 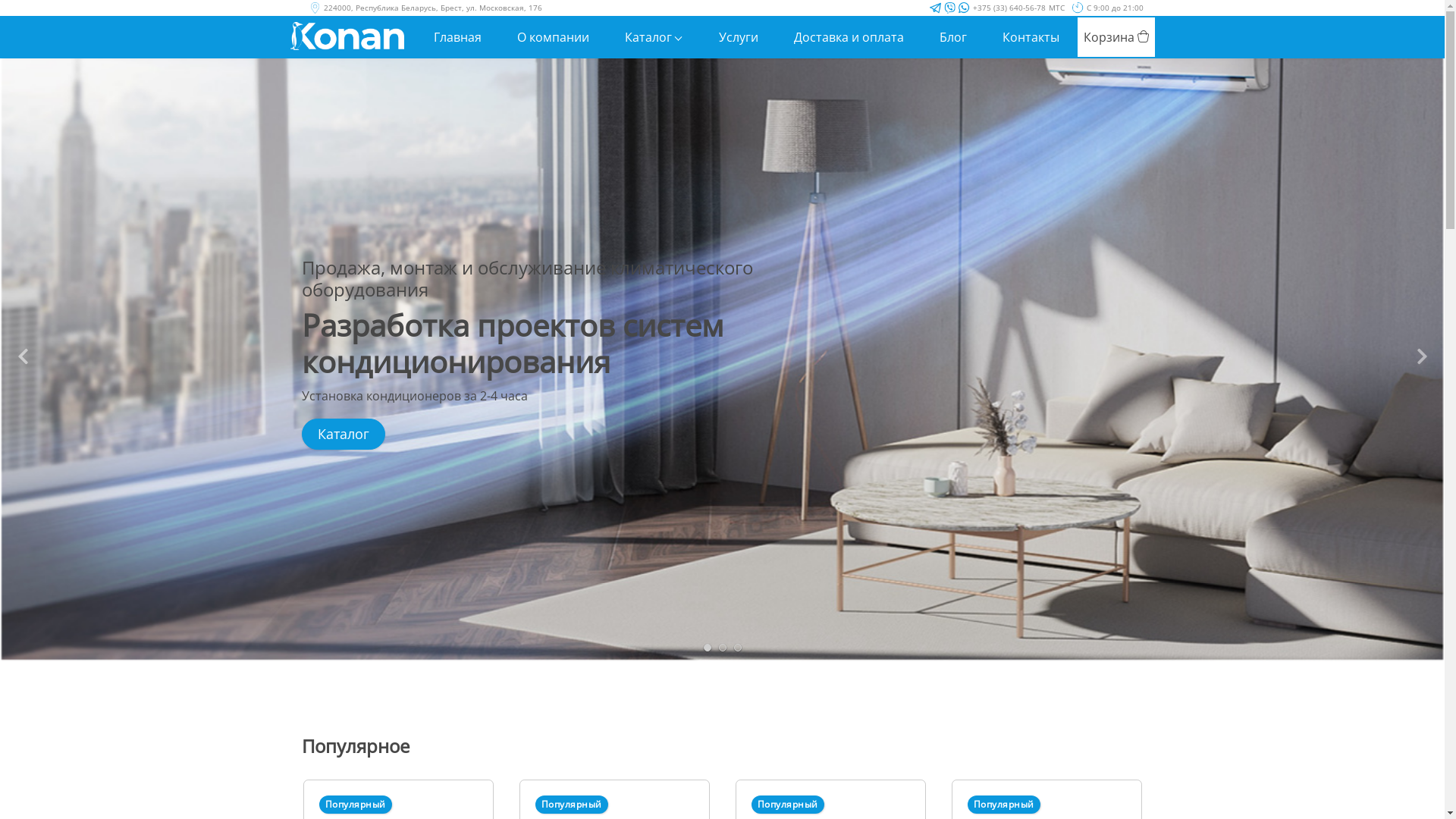 I want to click on '+375 (33) 640-56-78', so click(x=1008, y=8).